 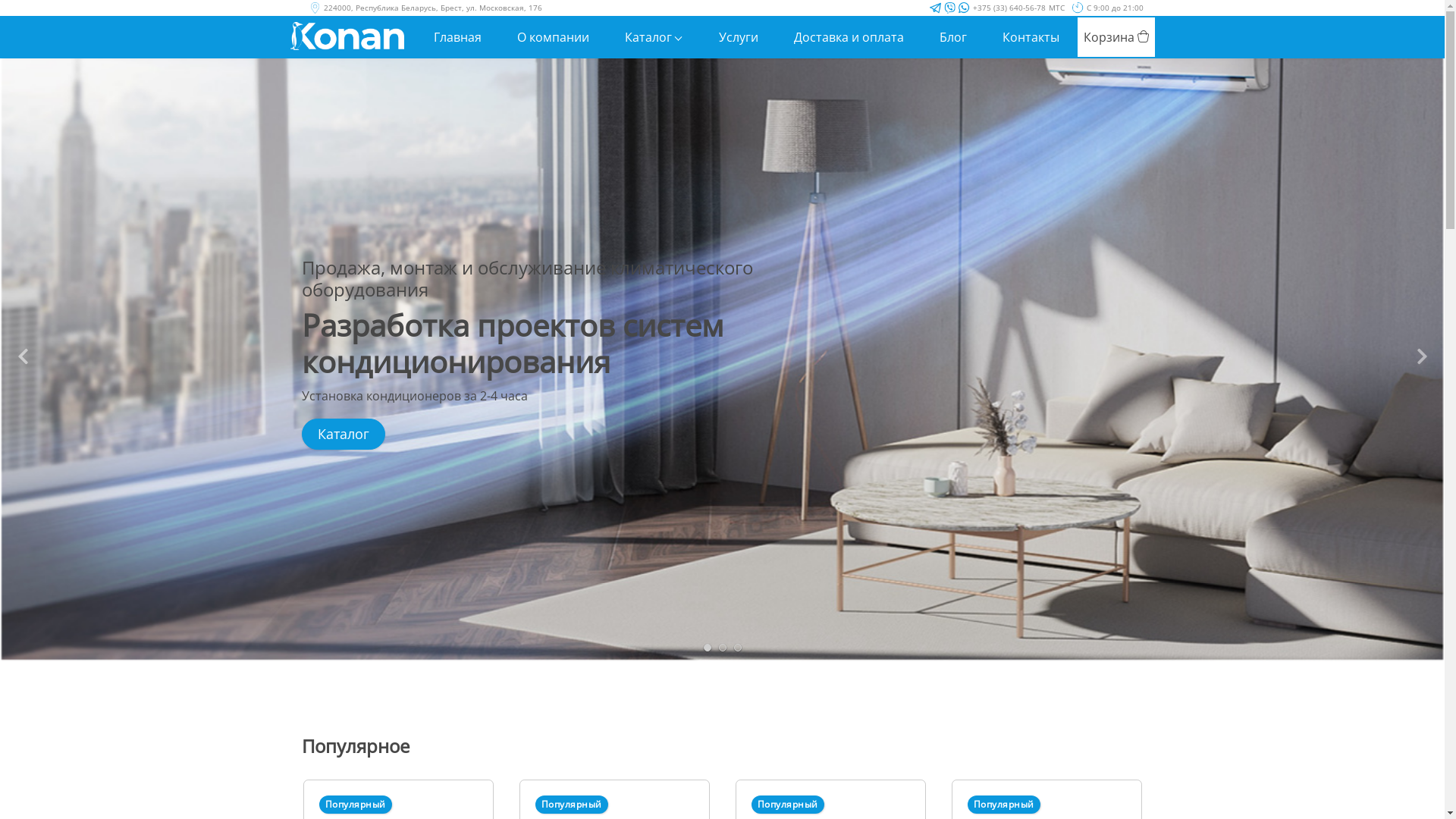 I want to click on '+375 (33) 640-56-78', so click(x=1008, y=8).